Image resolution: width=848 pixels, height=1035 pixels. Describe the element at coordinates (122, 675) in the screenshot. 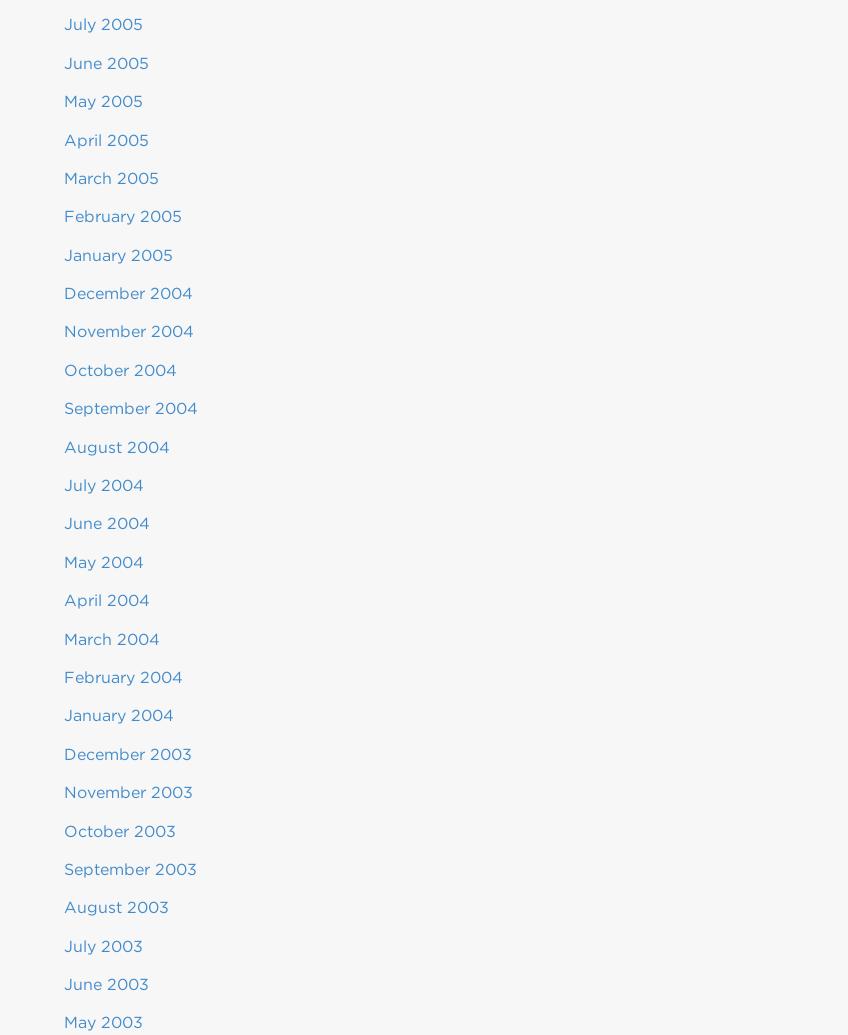

I see `'February 2004'` at that location.